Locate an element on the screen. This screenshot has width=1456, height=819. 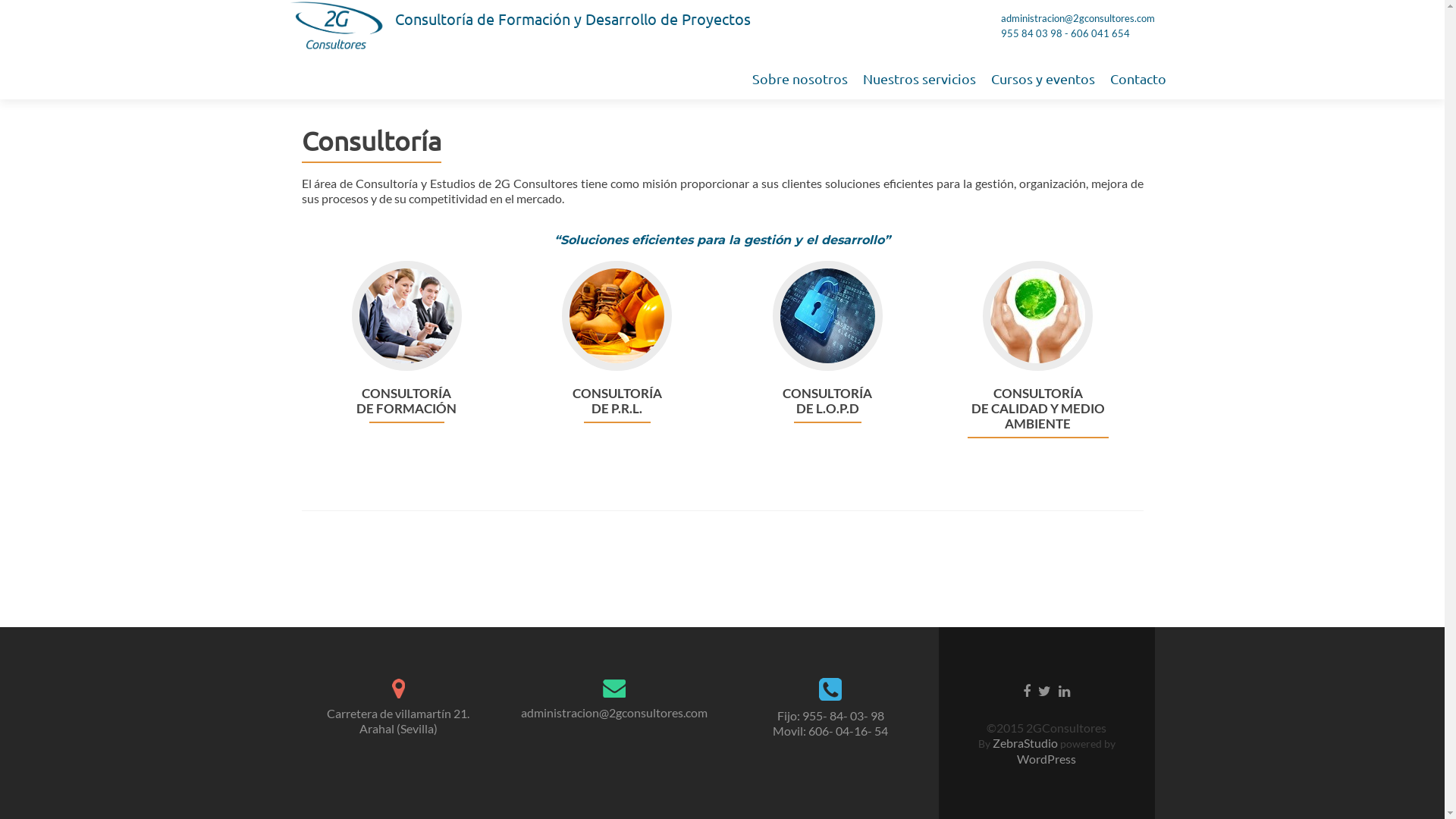
'ZebraStudio' is located at coordinates (1025, 742).